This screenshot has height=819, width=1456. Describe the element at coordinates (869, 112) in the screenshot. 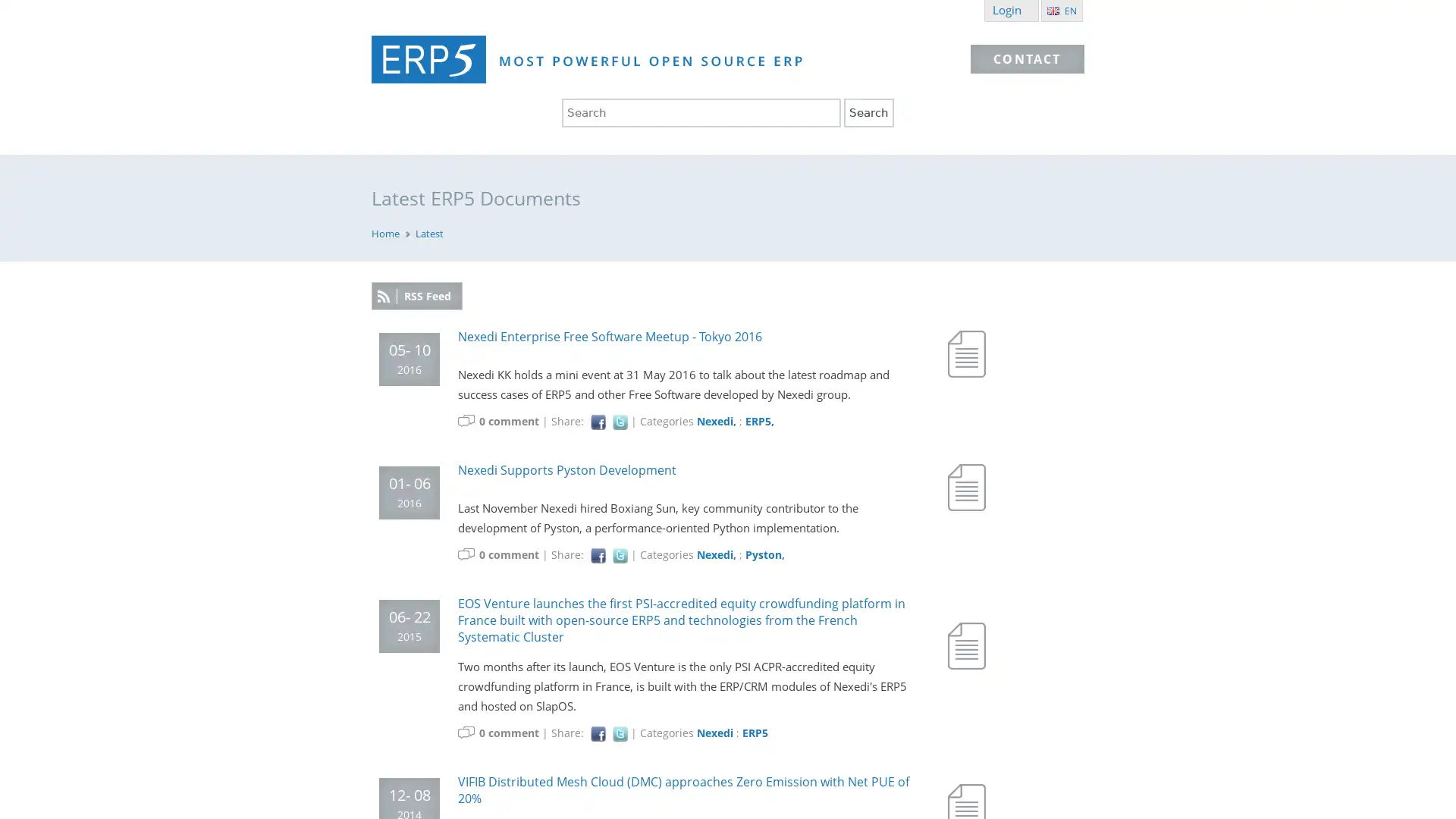

I see `Search` at that location.